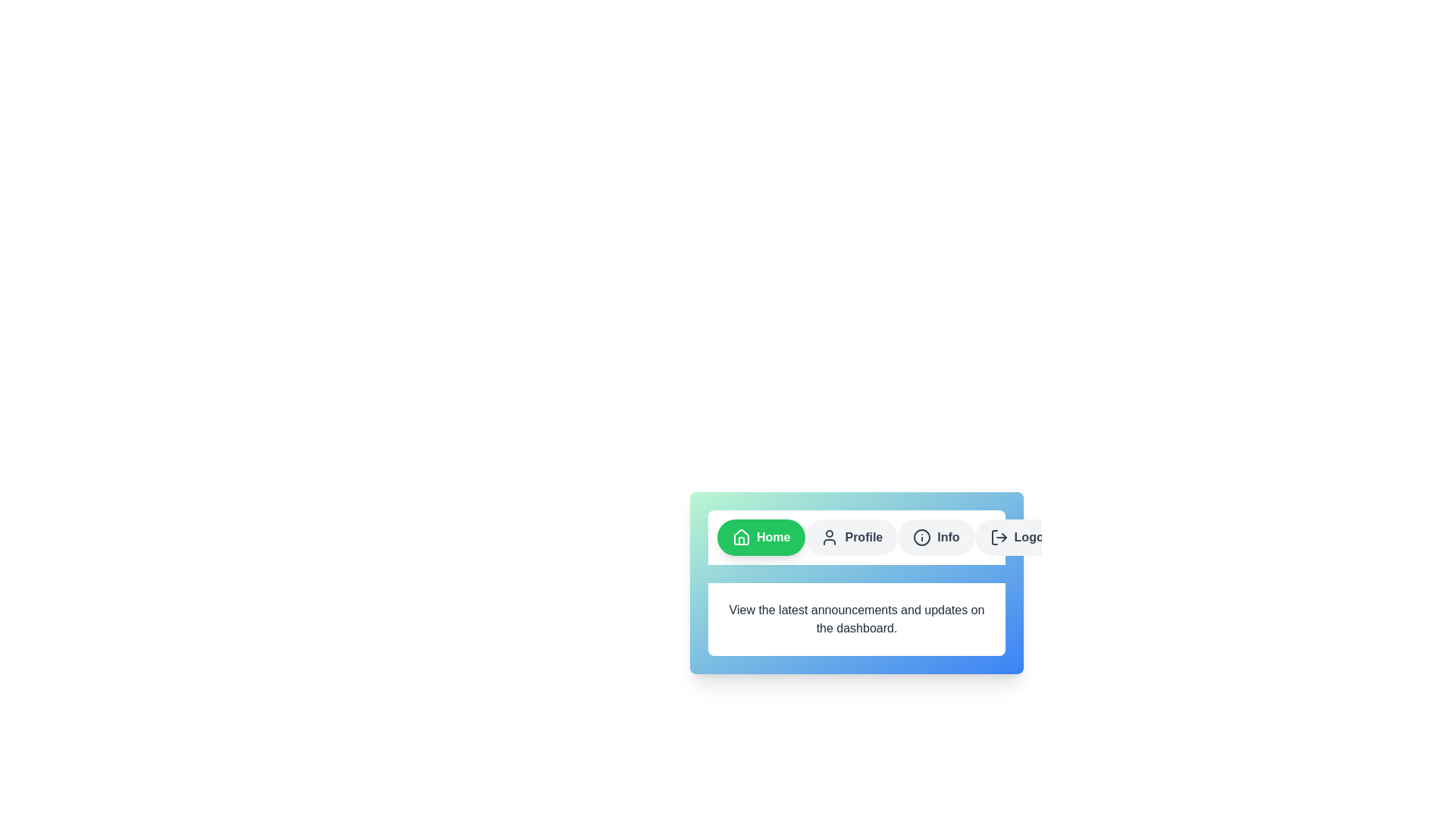  What do you see at coordinates (742, 537) in the screenshot?
I see `the home icon located at the top-left side of the interface, which is part of the button labeled 'Home'` at bounding box center [742, 537].